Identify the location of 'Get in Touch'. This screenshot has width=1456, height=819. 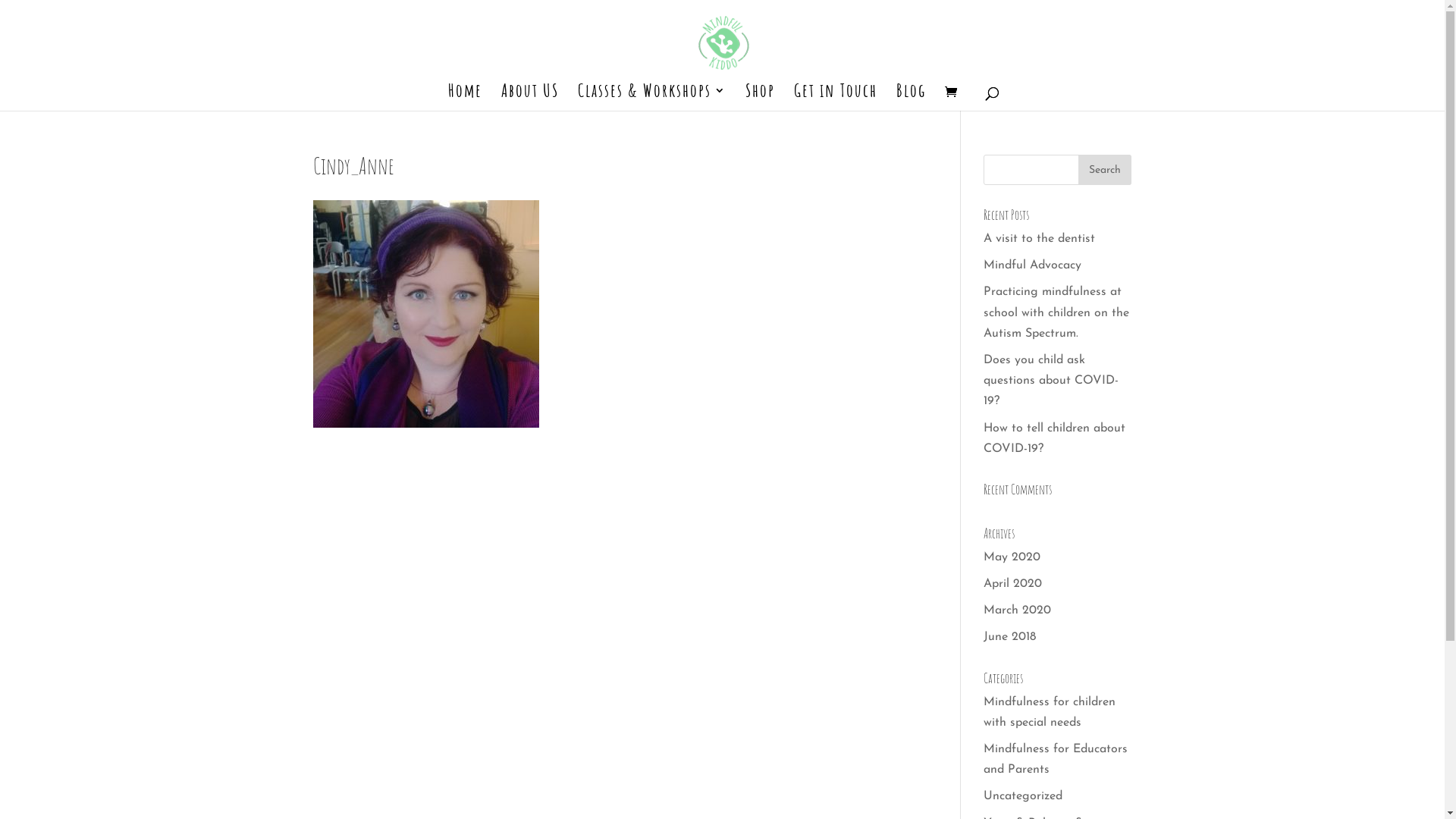
(833, 97).